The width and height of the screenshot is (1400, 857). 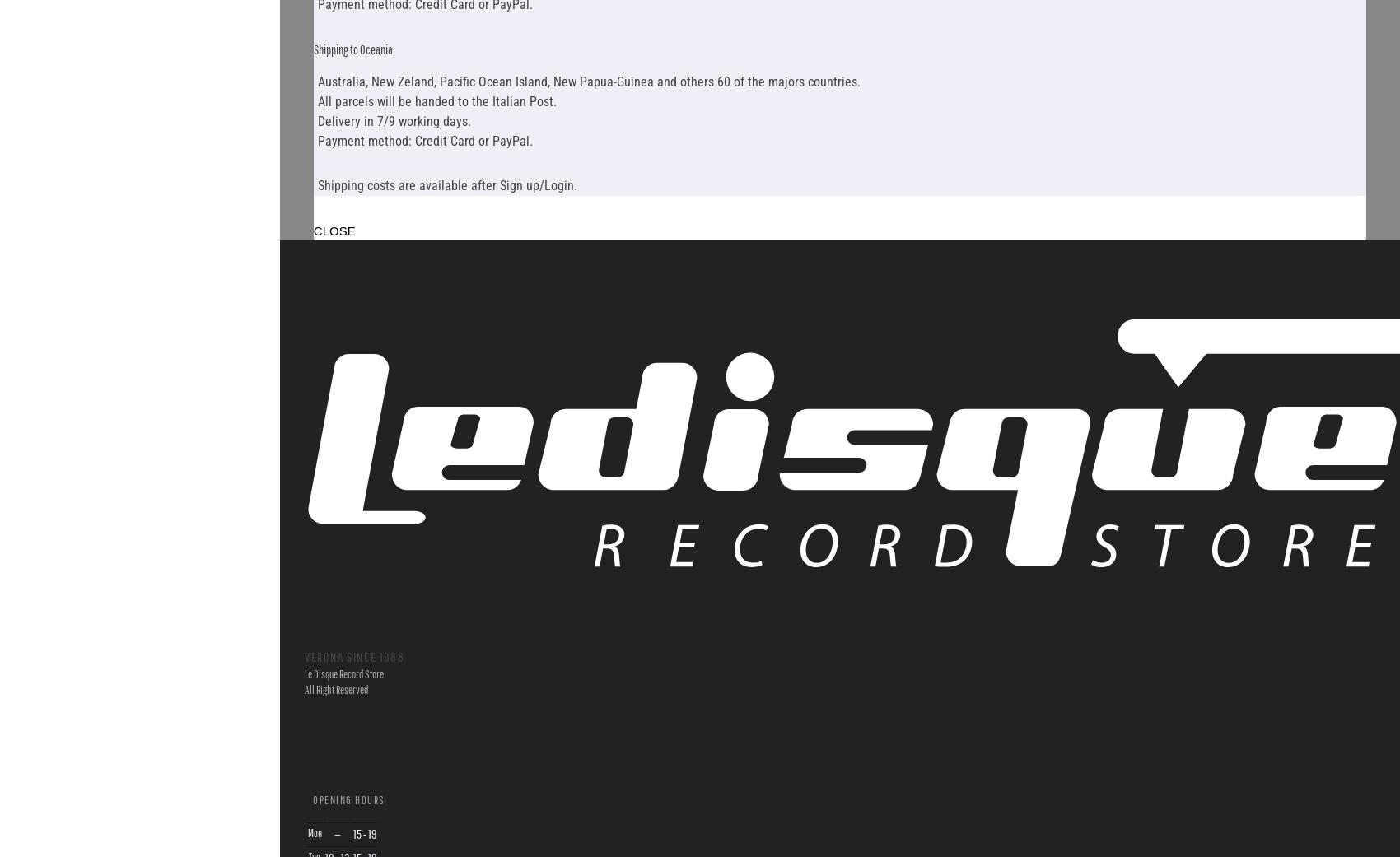 I want to click on 'Shipping costs are available after Sign up/Login.', so click(x=446, y=184).